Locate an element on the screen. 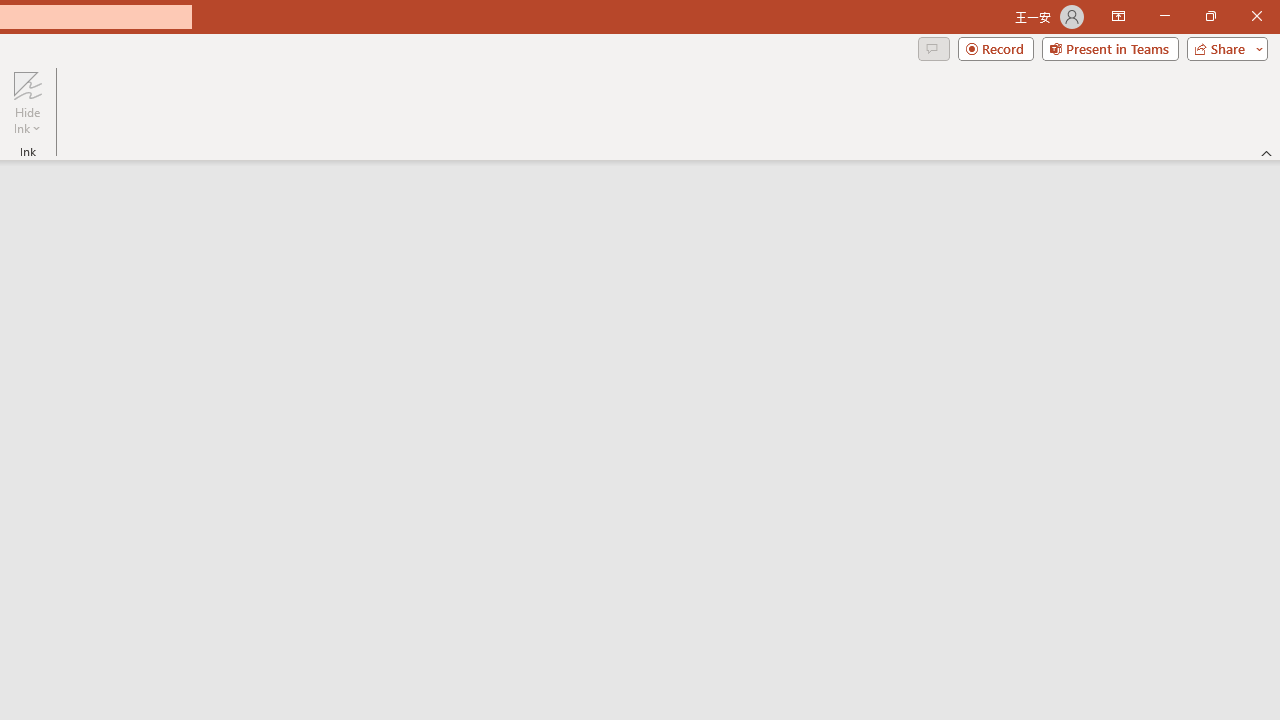 Image resolution: width=1280 pixels, height=720 pixels. 'Hide Ink' is located at coordinates (27, 84).